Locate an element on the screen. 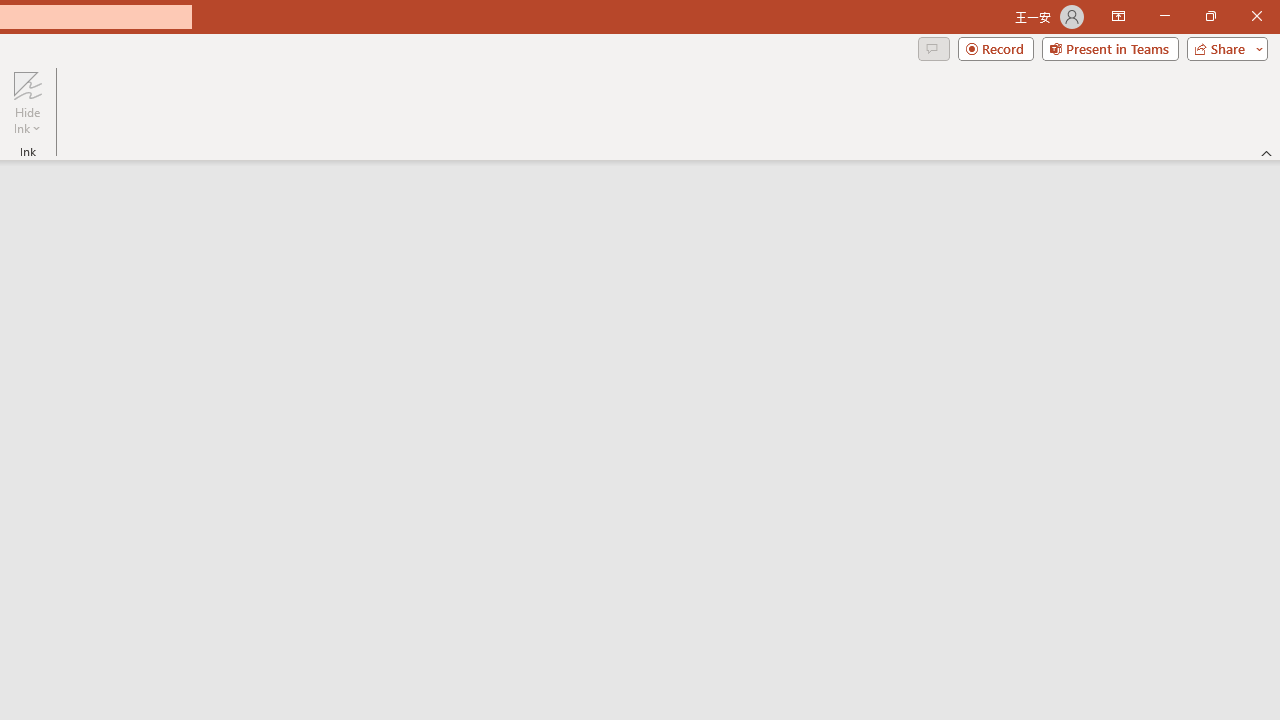 Image resolution: width=1280 pixels, height=720 pixels. 'Hide Ink' is located at coordinates (27, 84).